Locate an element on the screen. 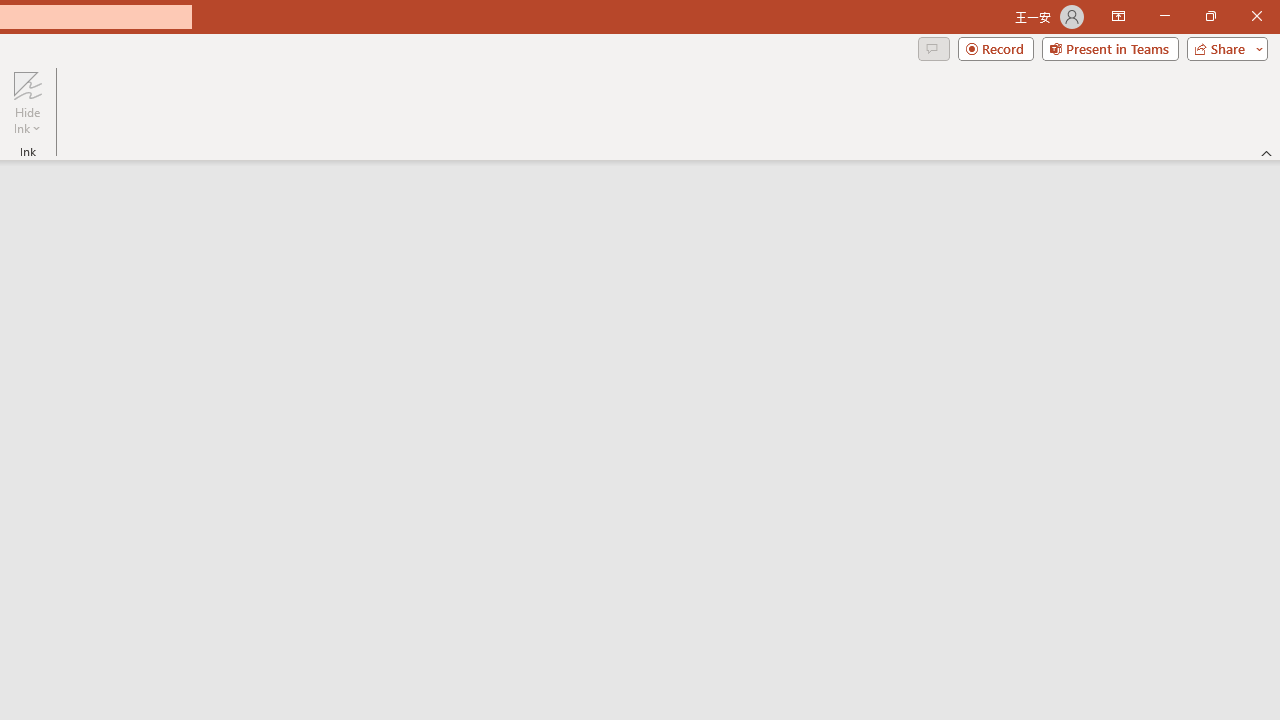 Image resolution: width=1280 pixels, height=720 pixels. 'Hide Ink' is located at coordinates (27, 84).